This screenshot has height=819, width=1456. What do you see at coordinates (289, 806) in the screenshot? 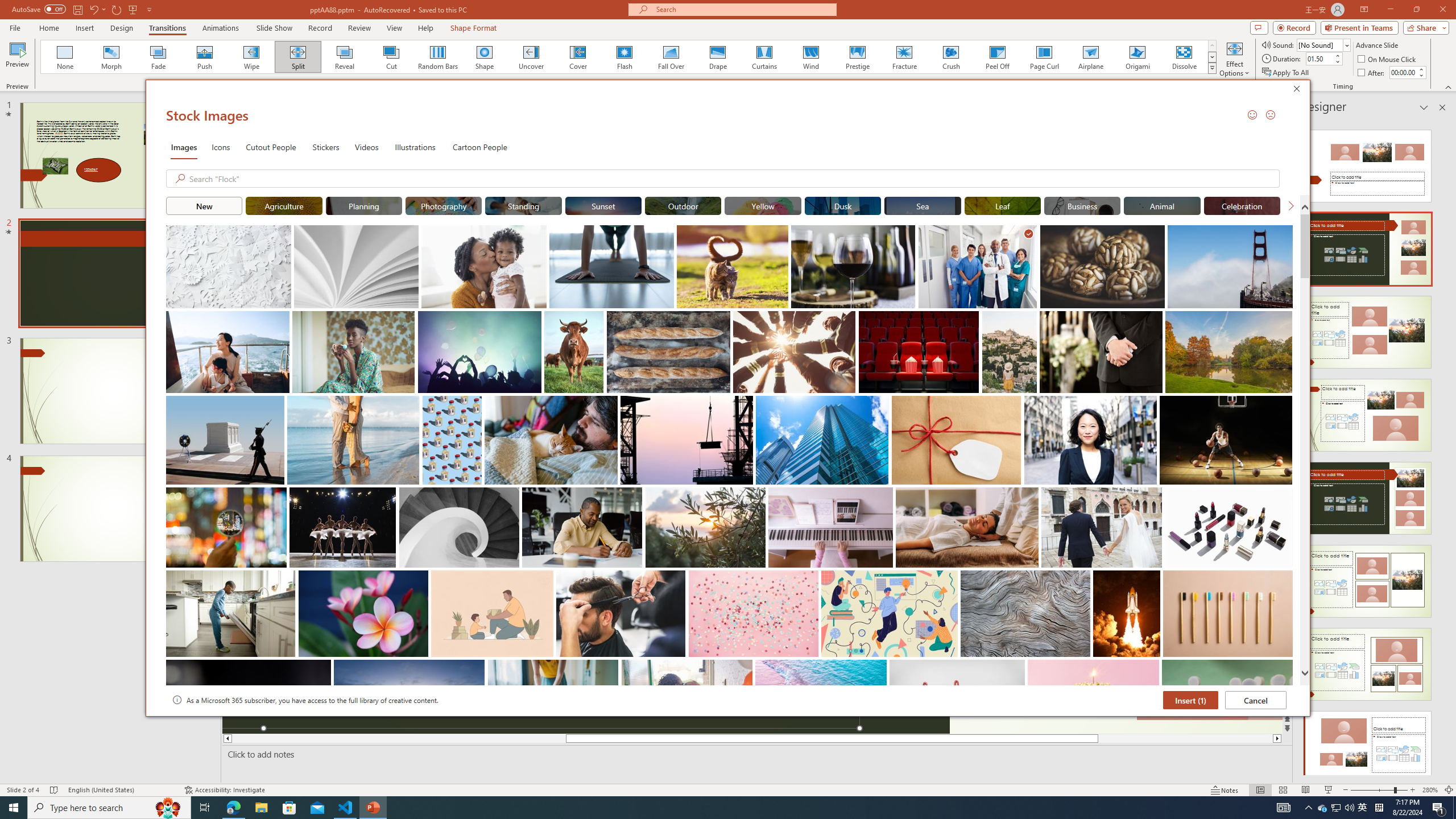
I see `'Microsoft Store'` at bounding box center [289, 806].